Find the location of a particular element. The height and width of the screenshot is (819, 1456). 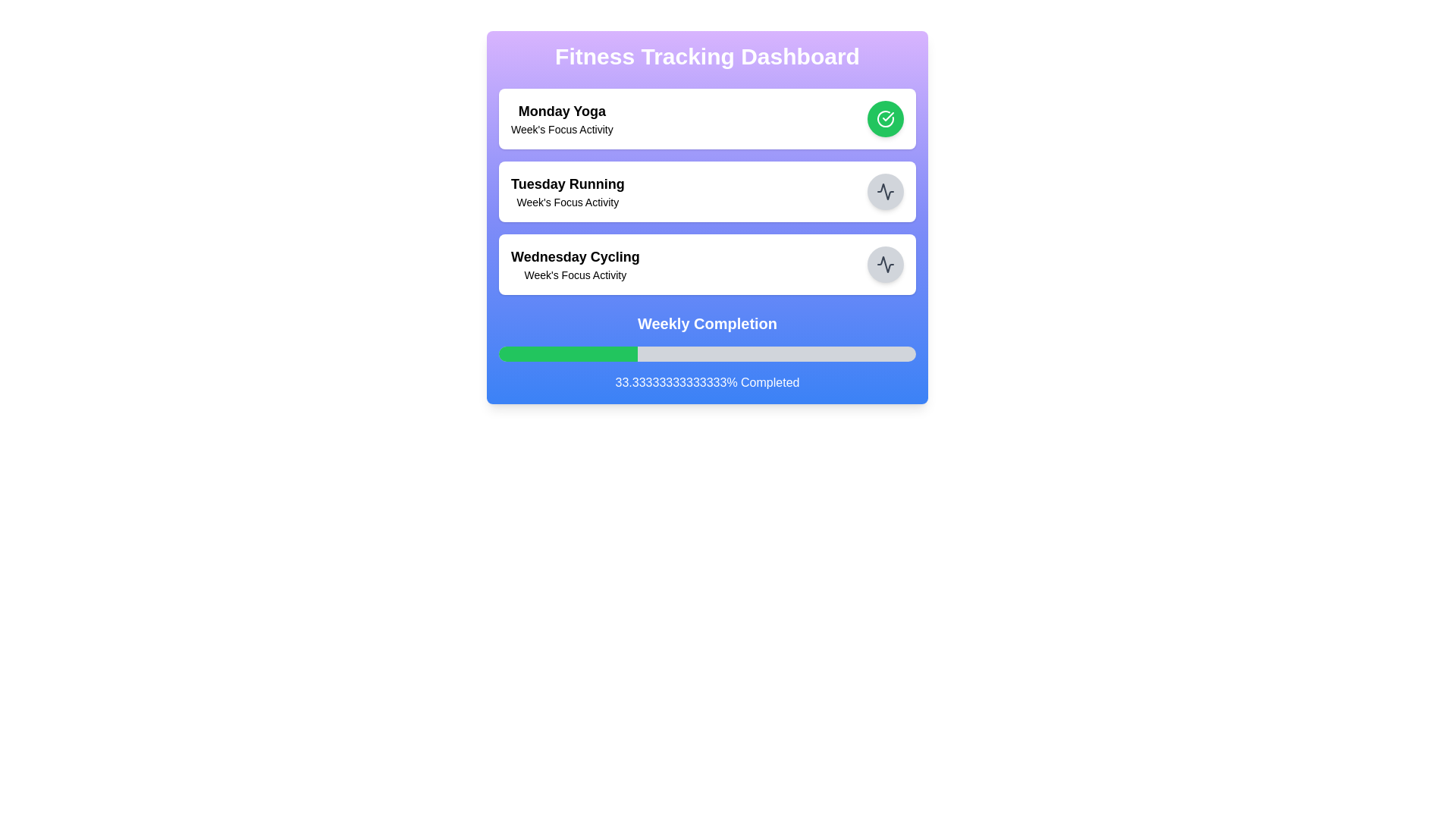

the text label that serves as the title for the activity described in the card, which reads 'Tuesday Running', located centrally in the second information card of the dashboard interface is located at coordinates (566, 184).